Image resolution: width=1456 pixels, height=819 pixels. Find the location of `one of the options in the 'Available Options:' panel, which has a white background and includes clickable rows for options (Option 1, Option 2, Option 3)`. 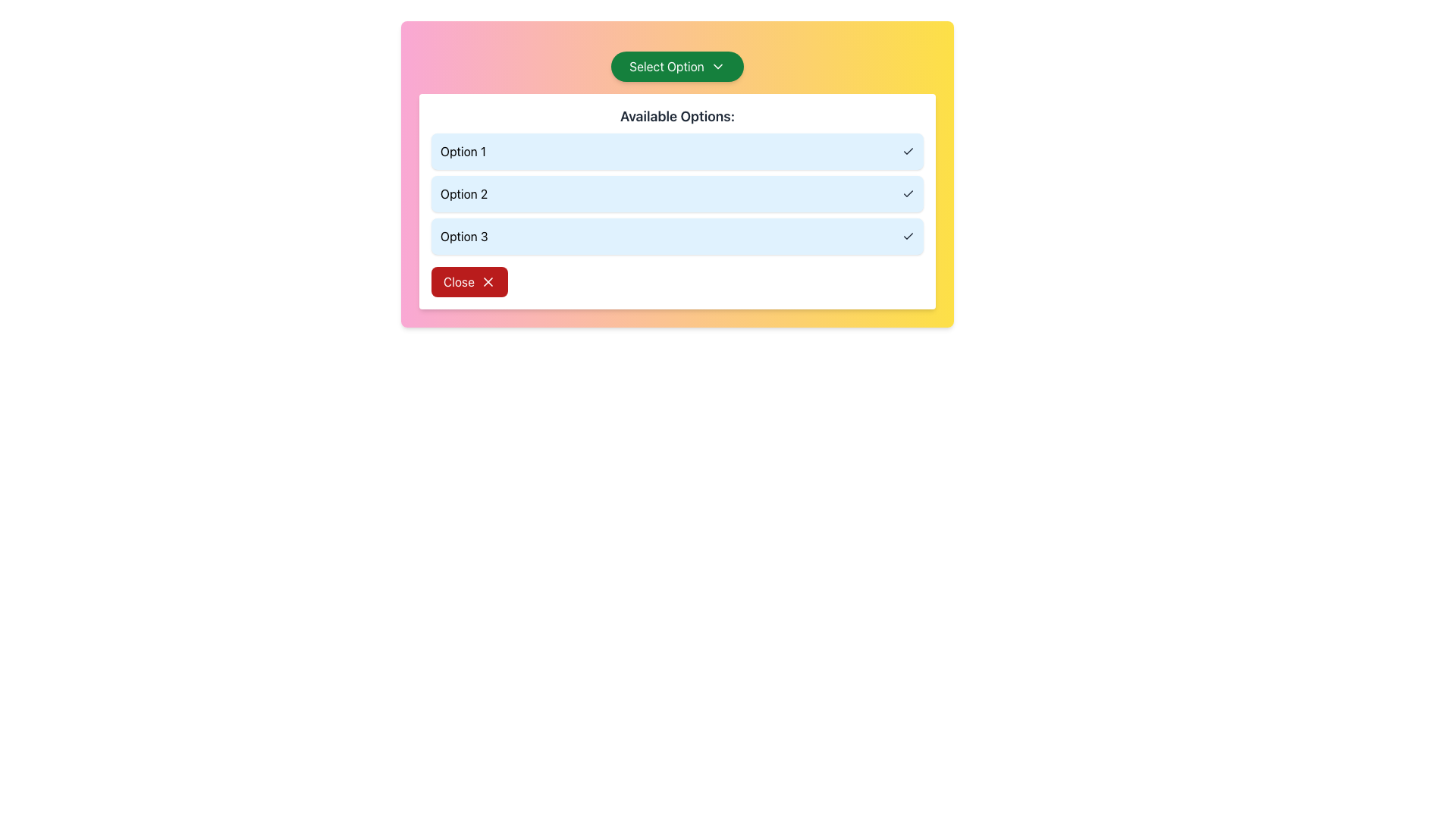

one of the options in the 'Available Options:' panel, which has a white background and includes clickable rows for options (Option 1, Option 2, Option 3) is located at coordinates (676, 201).